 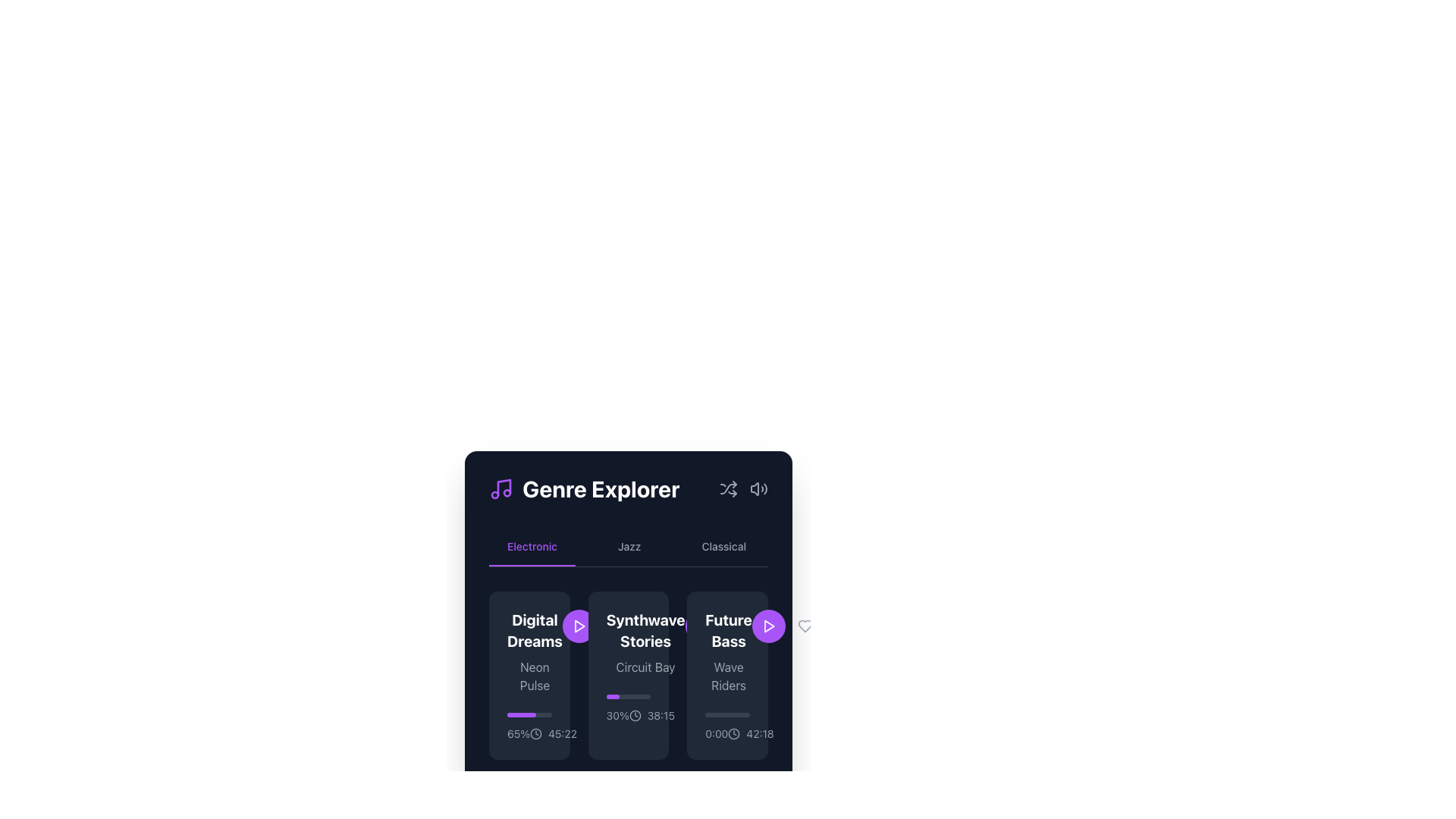 What do you see at coordinates (529, 651) in the screenshot?
I see `the Text Display element that contains the text 'Digital Dreams' in large, bold white font followed by 'Neon Pulse' in smaller, gray text, located in the first card of the 'Genre Explorer' interface` at bounding box center [529, 651].